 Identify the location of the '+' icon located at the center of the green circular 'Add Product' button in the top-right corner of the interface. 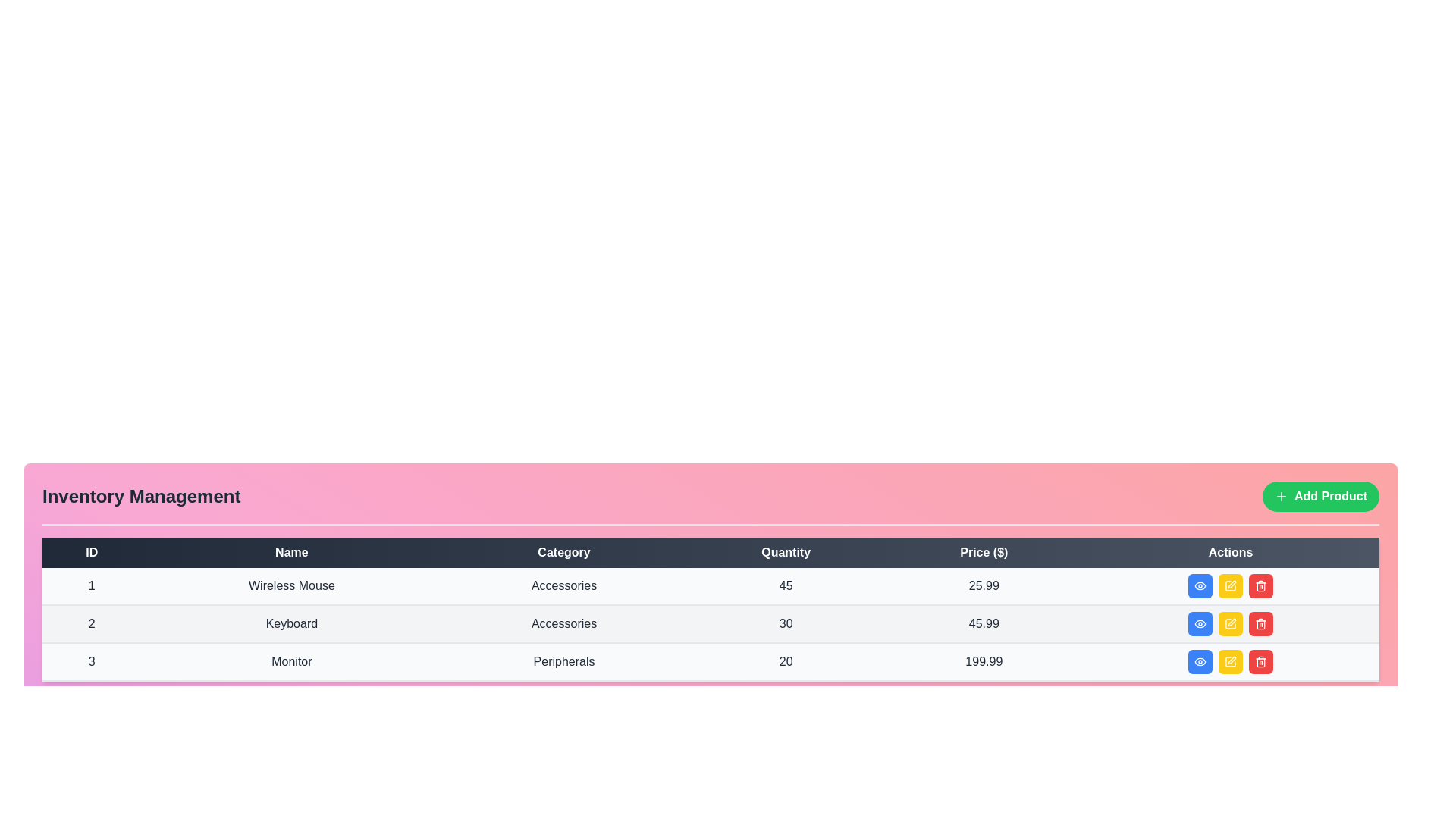
(1280, 497).